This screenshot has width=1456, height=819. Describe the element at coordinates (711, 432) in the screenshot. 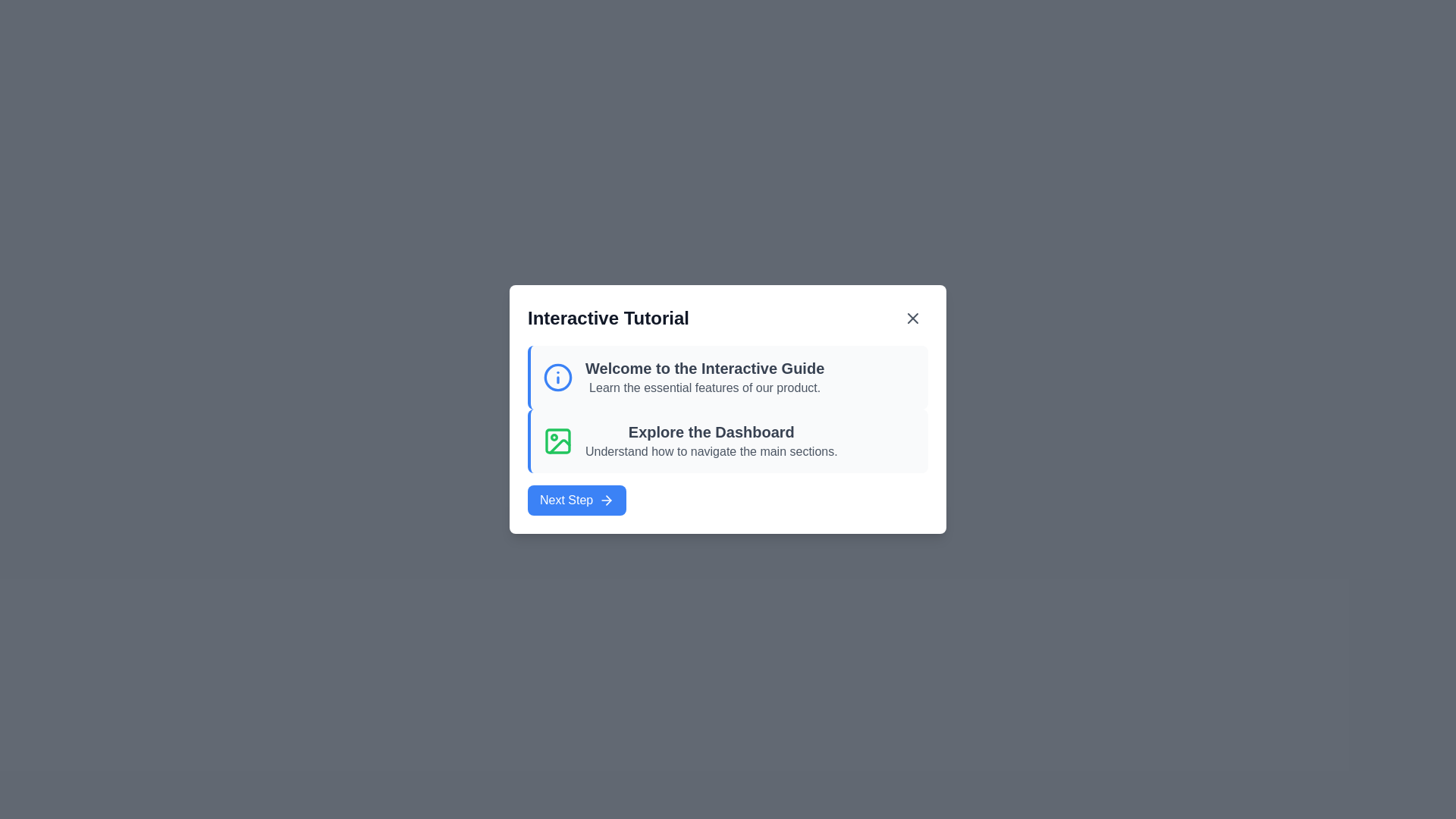

I see `the bold text label reading 'Explore the Dashboard', which is styled in dark gray with a large font size, positioned above the descriptive text and to the right of a green icon` at that location.